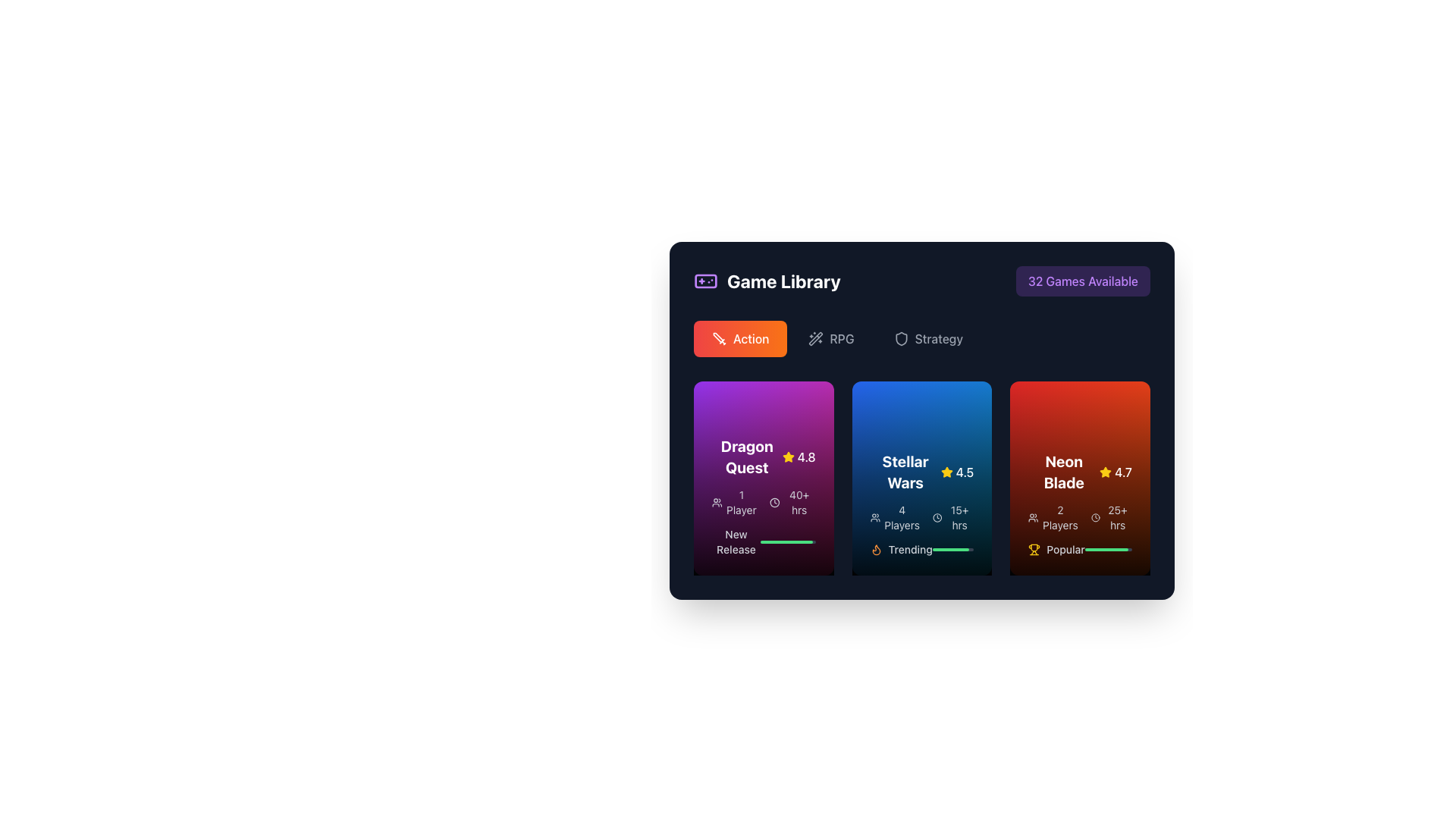 The height and width of the screenshot is (819, 1456). Describe the element at coordinates (1079, 479) in the screenshot. I see `the Information card representing a specific game in the game library` at that location.